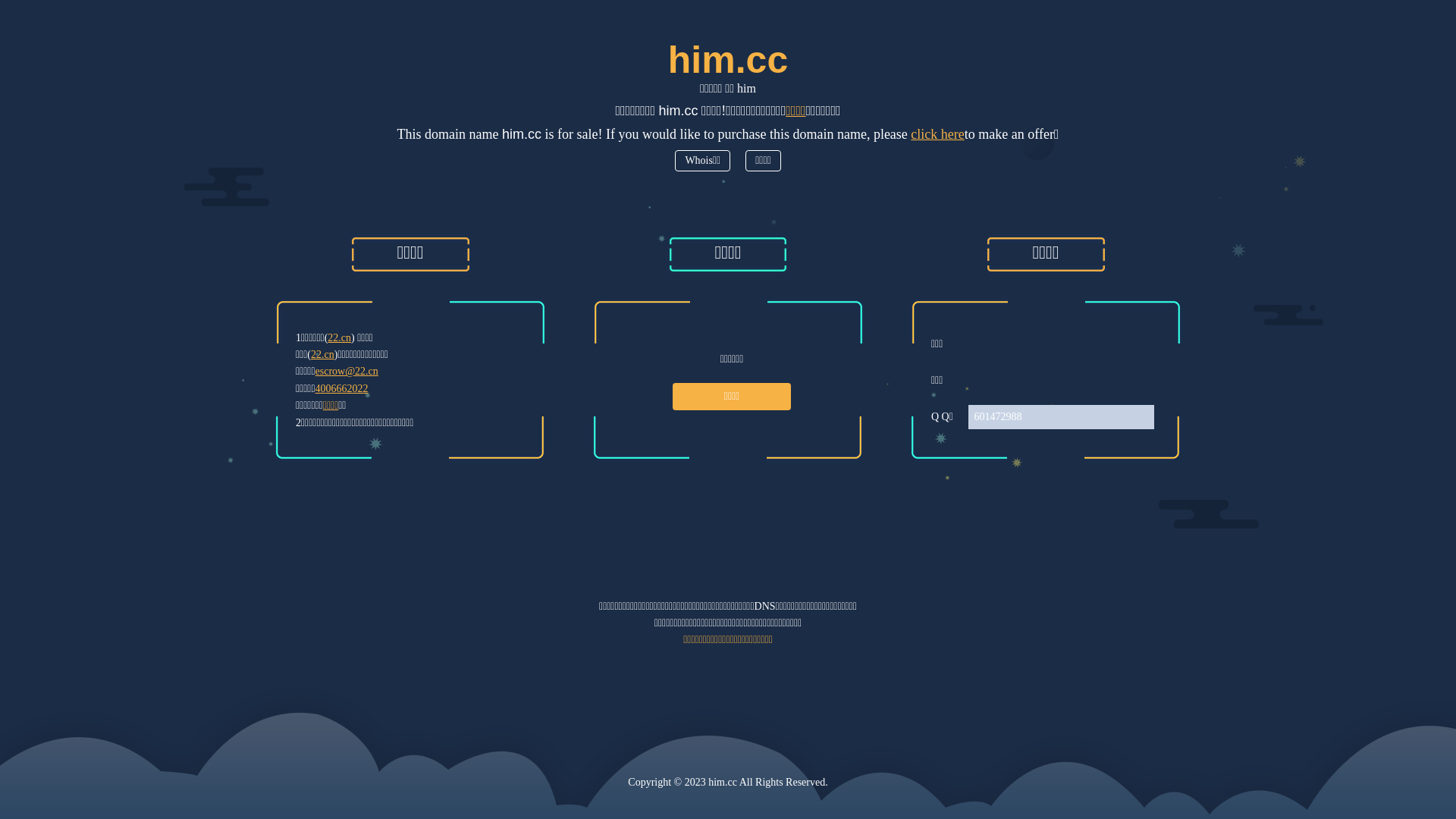 Image resolution: width=1456 pixels, height=819 pixels. I want to click on 'click here', so click(910, 133).